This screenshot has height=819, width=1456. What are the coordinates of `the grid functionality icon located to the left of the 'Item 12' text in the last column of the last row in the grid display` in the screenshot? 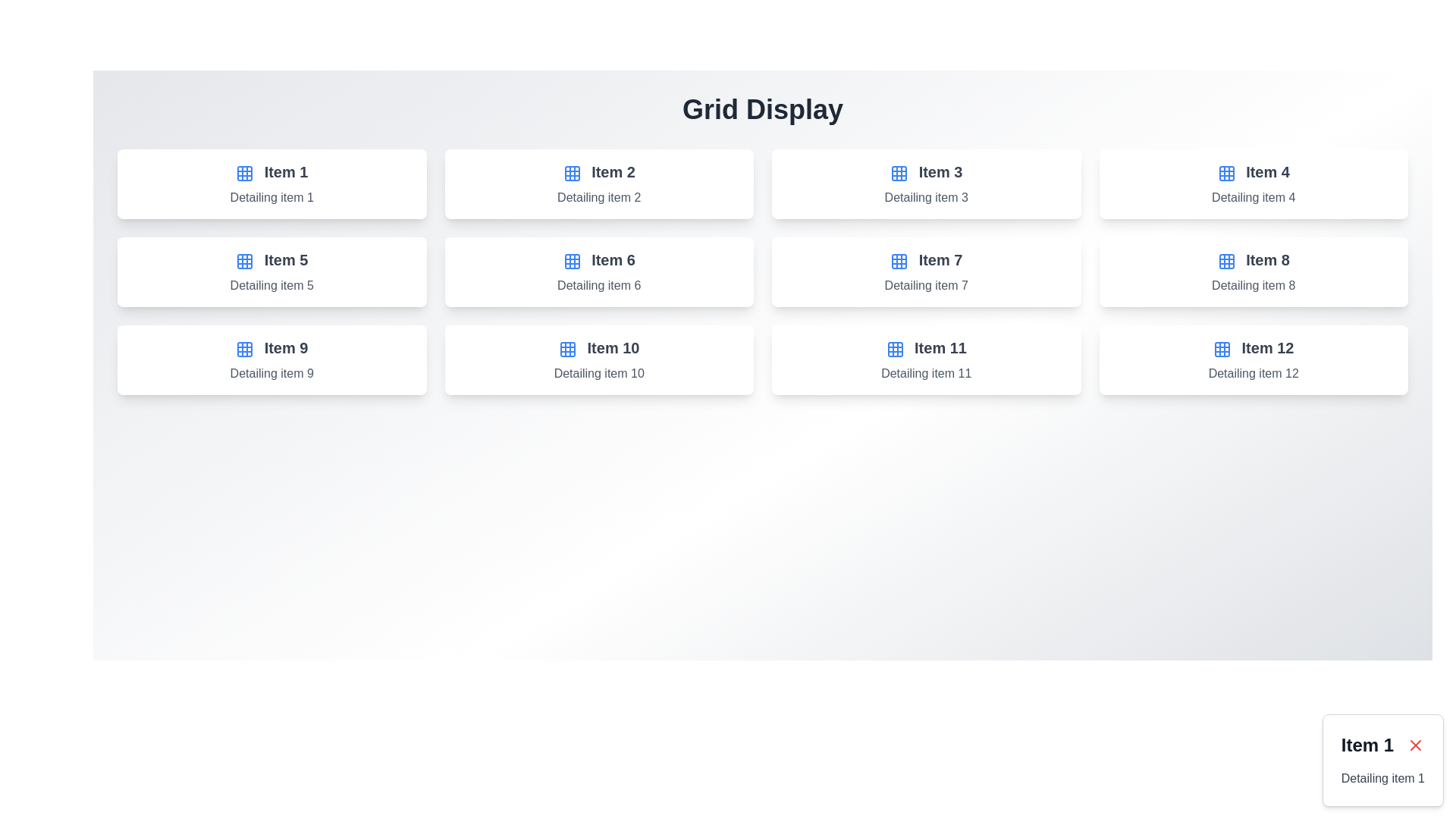 It's located at (1222, 348).